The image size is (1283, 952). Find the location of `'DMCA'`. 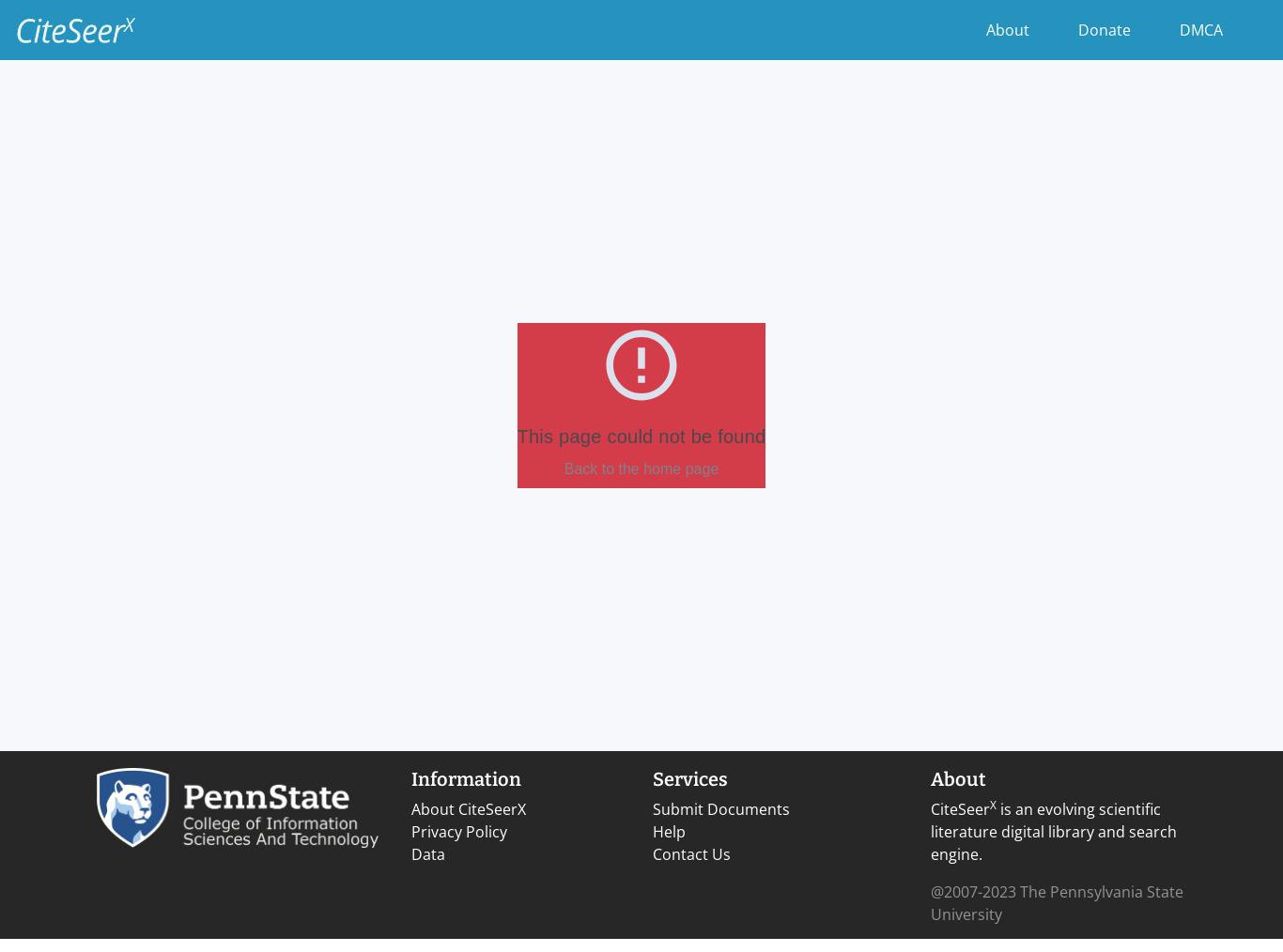

'DMCA' is located at coordinates (1199, 29).